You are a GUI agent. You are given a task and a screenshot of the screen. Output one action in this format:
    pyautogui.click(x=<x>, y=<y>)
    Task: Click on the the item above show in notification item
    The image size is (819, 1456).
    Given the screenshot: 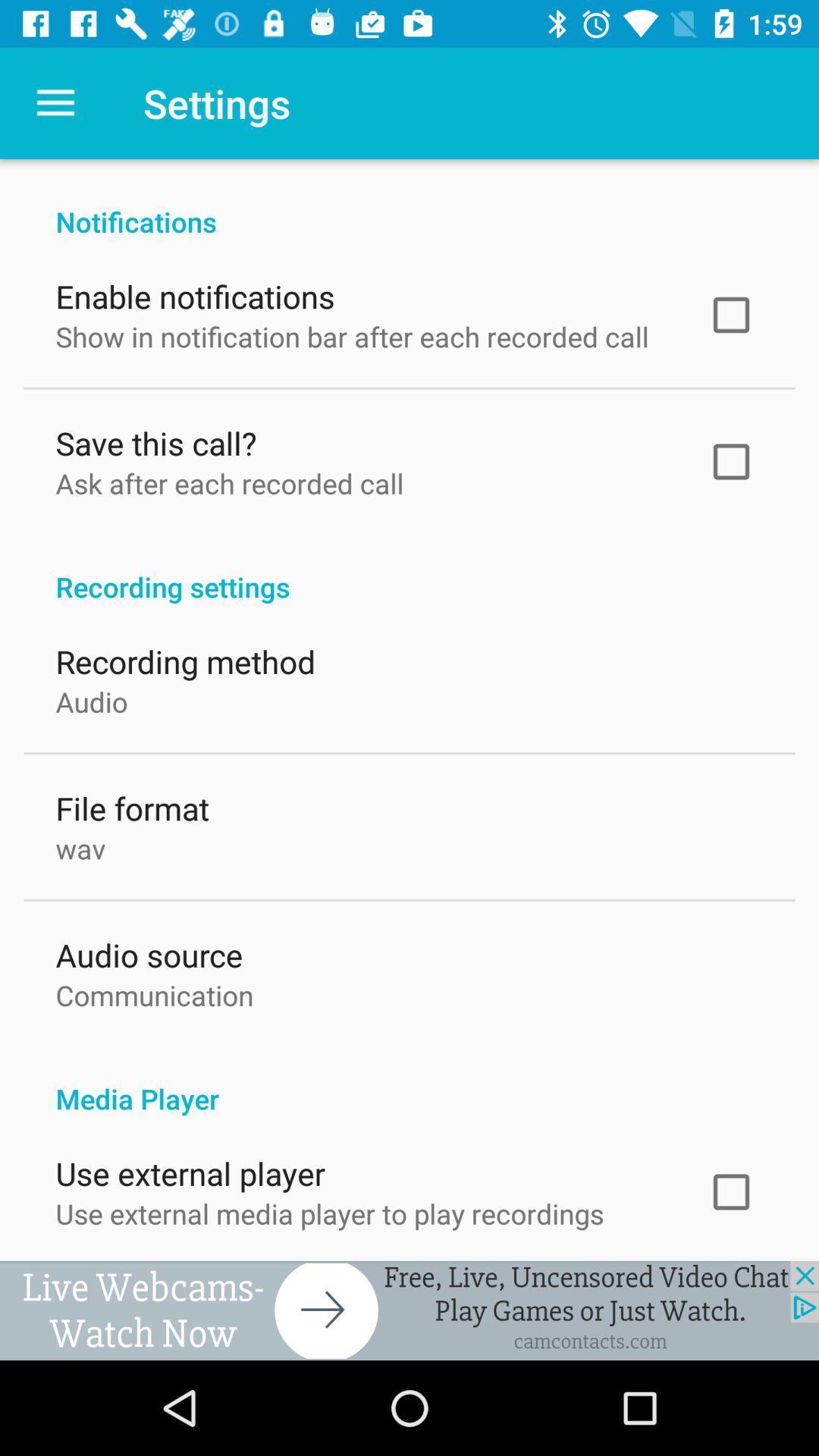 What is the action you would take?
    pyautogui.click(x=194, y=293)
    